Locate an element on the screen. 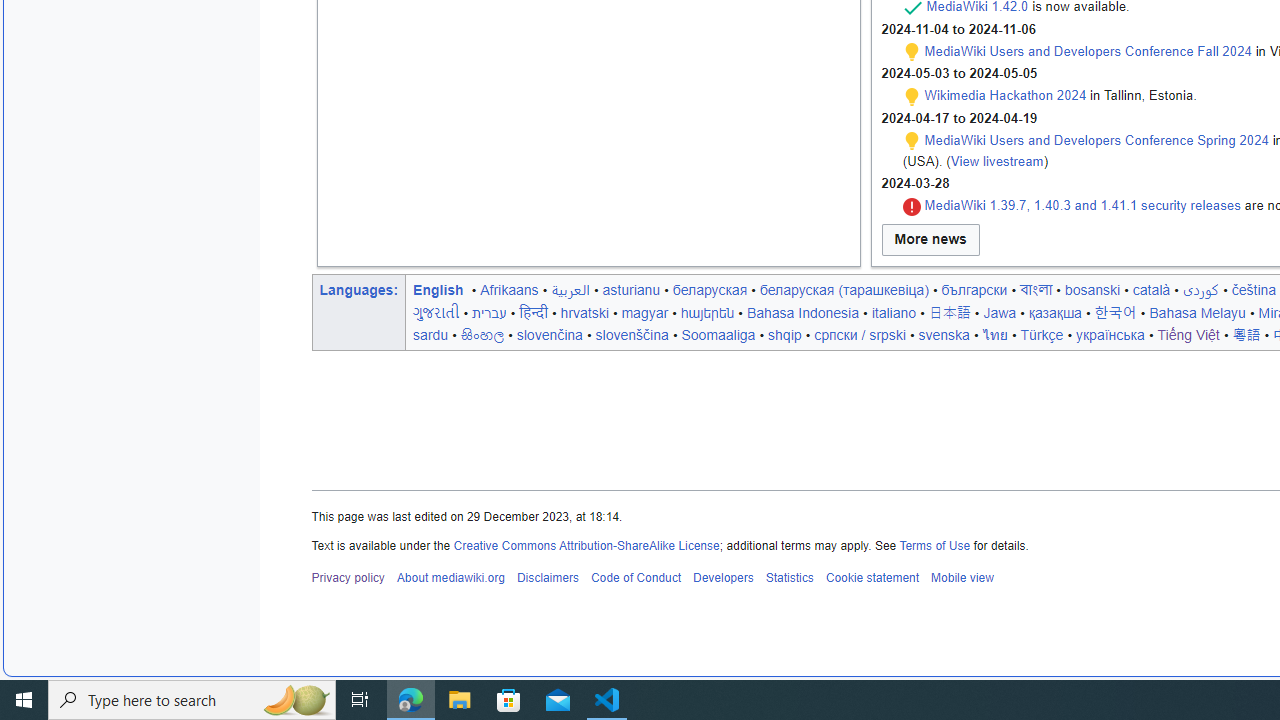 This screenshot has width=1280, height=720. 'MediaWiki 1.39.7, 1.40.3 and 1.41.1 security releases' is located at coordinates (1081, 205).